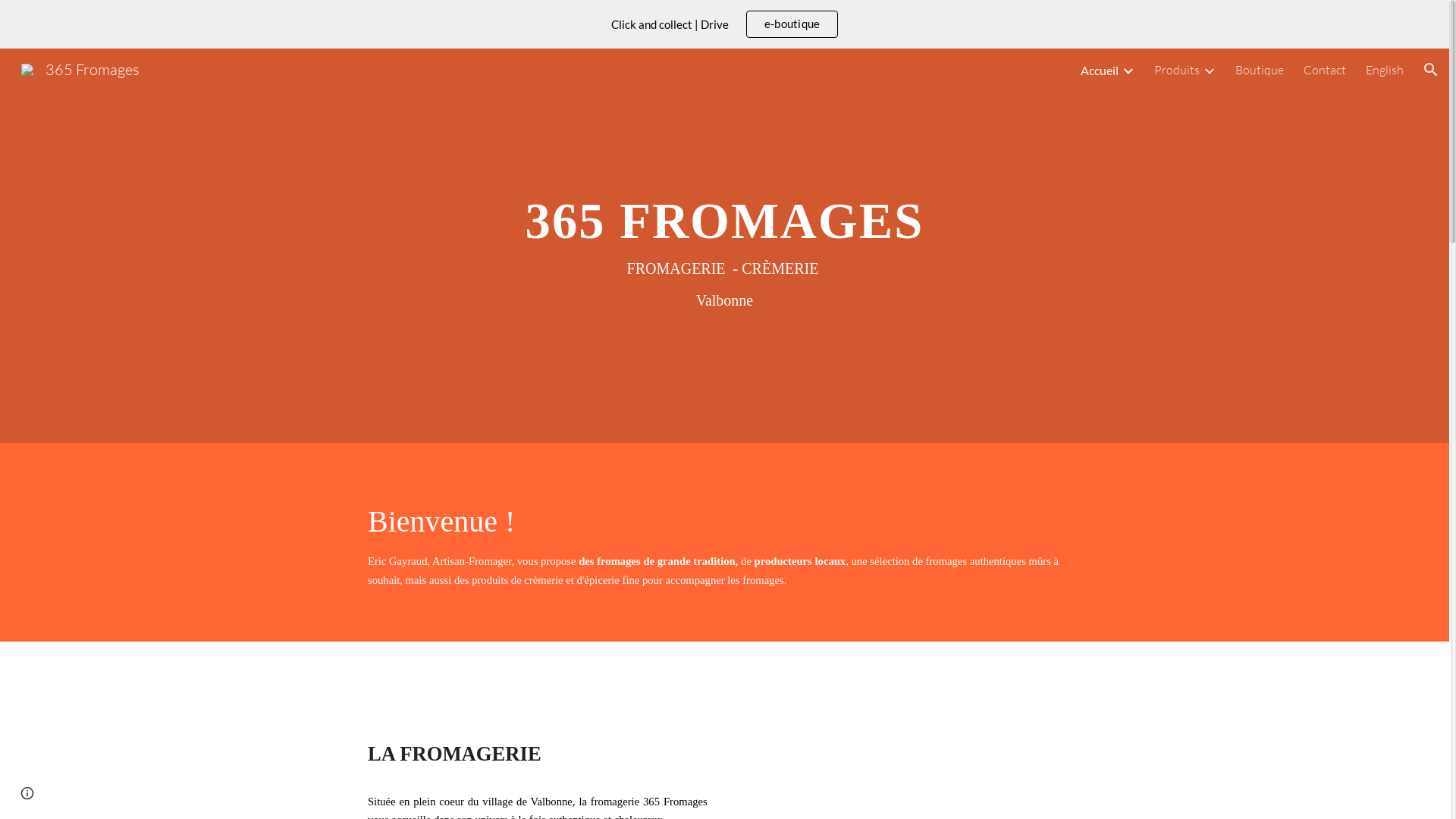 The width and height of the screenshot is (1456, 819). Describe the element at coordinates (1099, 69) in the screenshot. I see `'Accueil'` at that location.